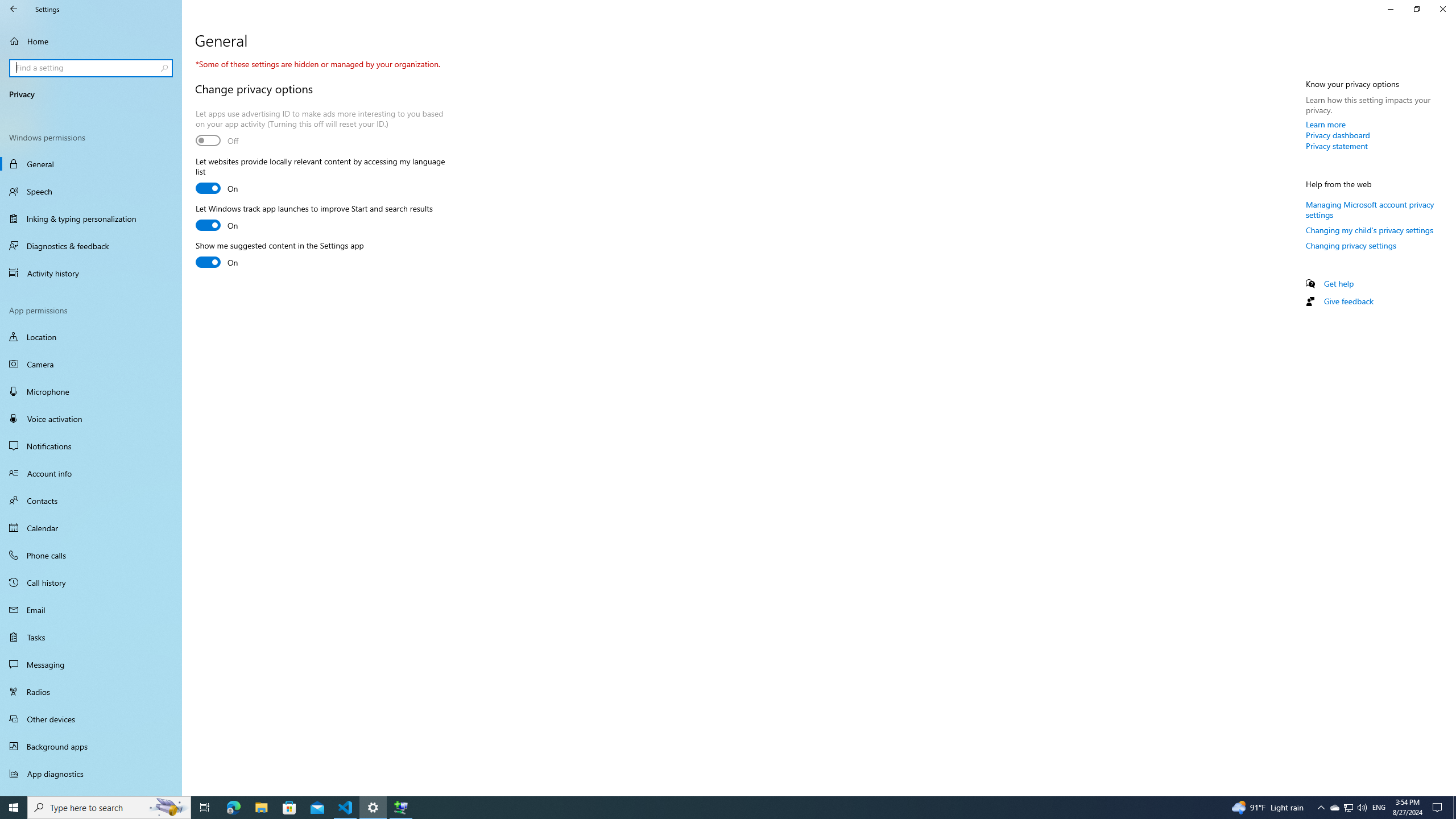 This screenshot has width=1456, height=819. I want to click on 'Inking & typing personalization', so click(90, 217).